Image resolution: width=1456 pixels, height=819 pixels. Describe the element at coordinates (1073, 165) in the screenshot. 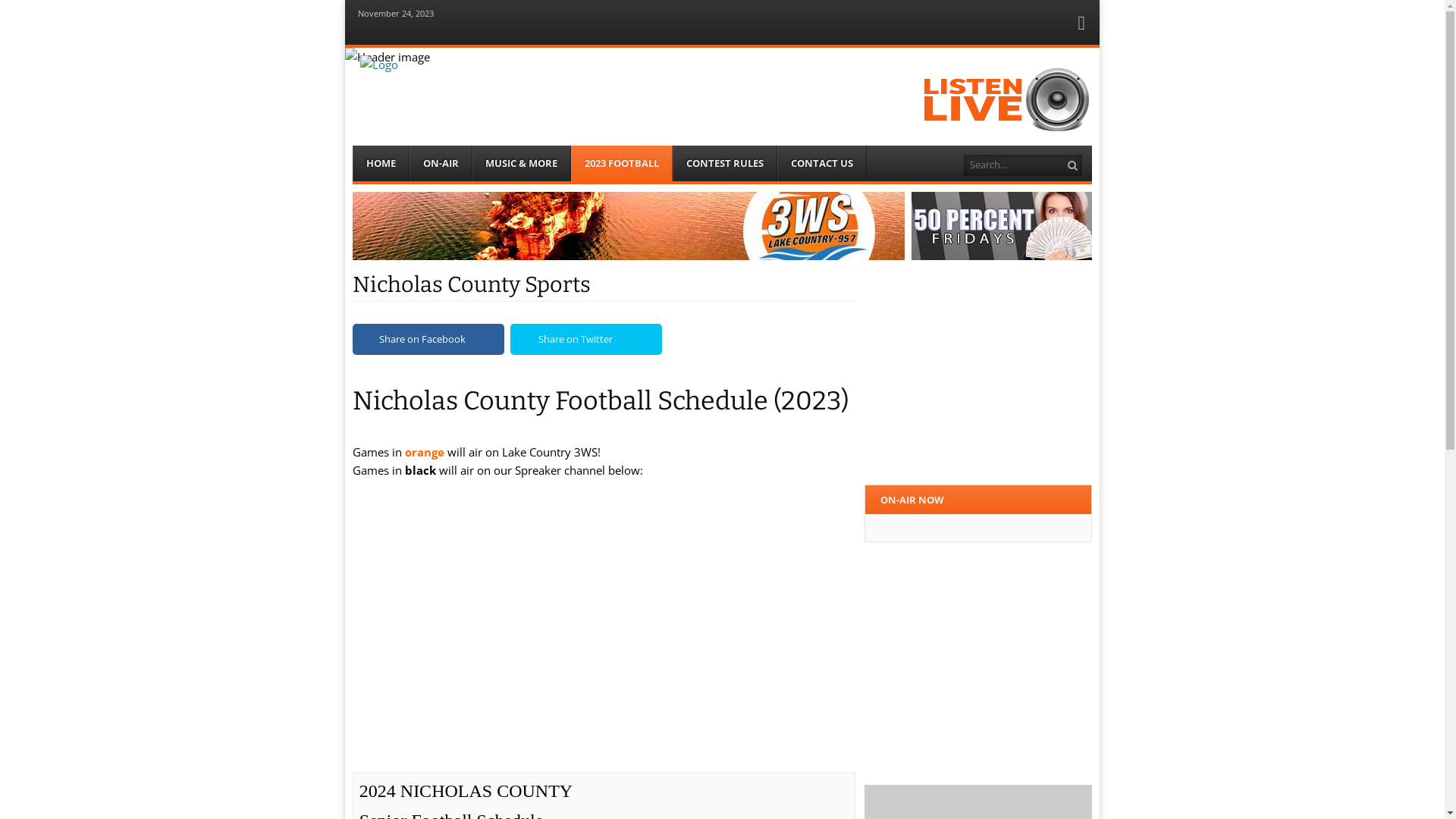

I see `'Go'` at that location.